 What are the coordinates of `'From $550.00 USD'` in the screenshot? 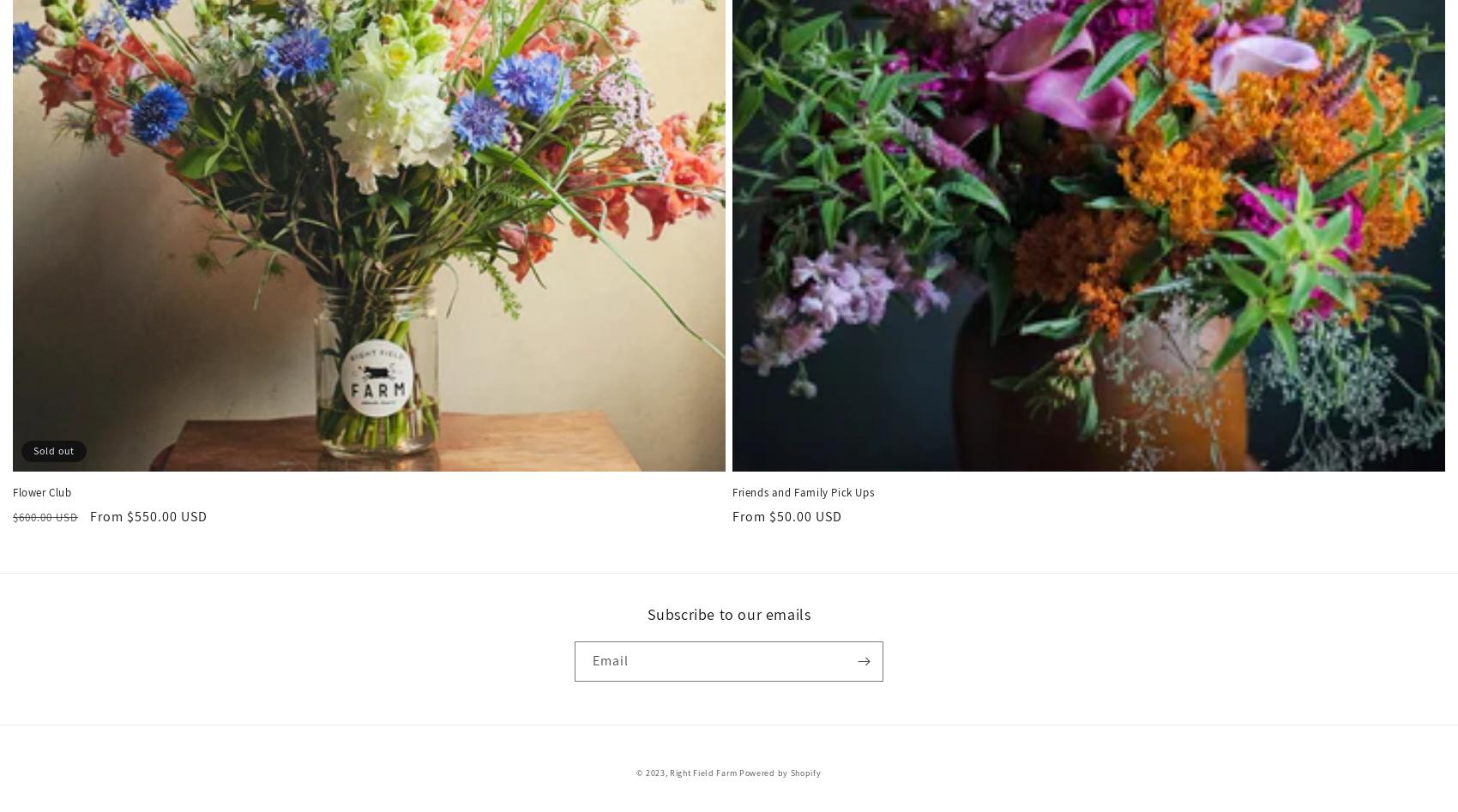 It's located at (148, 515).